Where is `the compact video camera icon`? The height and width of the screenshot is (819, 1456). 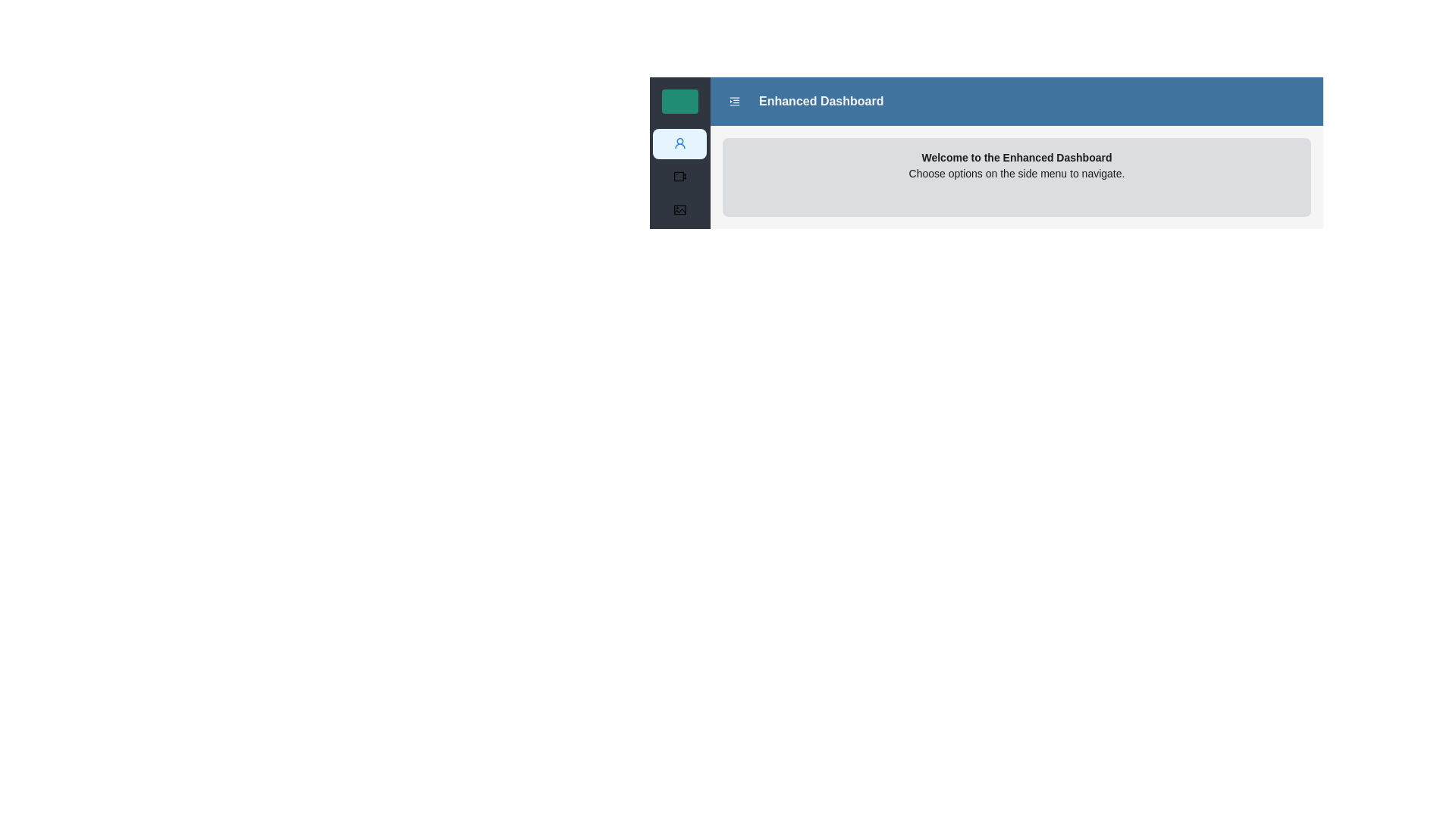
the compact video camera icon is located at coordinates (679, 175).